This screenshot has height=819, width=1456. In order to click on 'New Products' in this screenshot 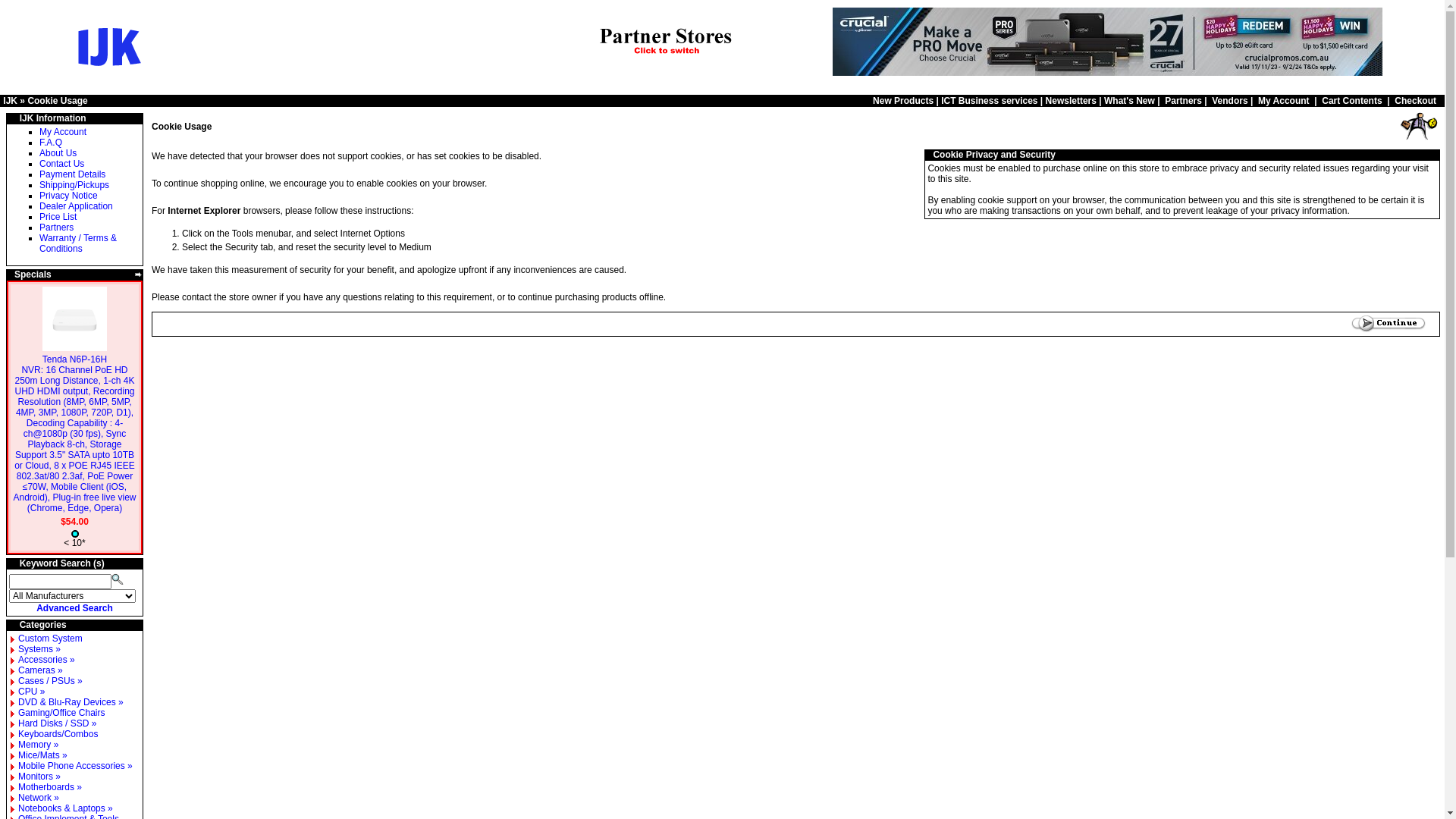, I will do `click(902, 100)`.